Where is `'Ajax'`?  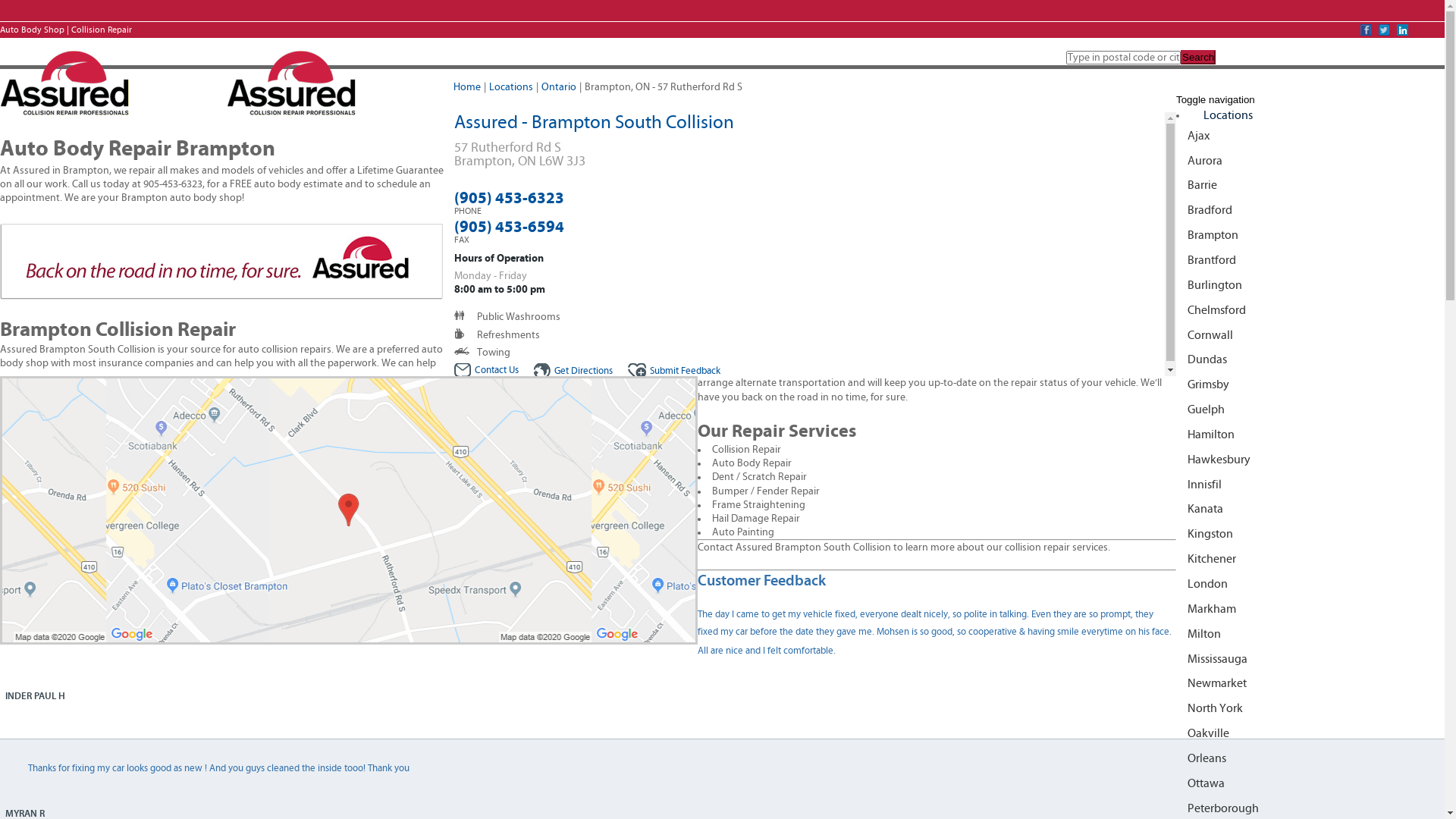 'Ajax' is located at coordinates (1175, 135).